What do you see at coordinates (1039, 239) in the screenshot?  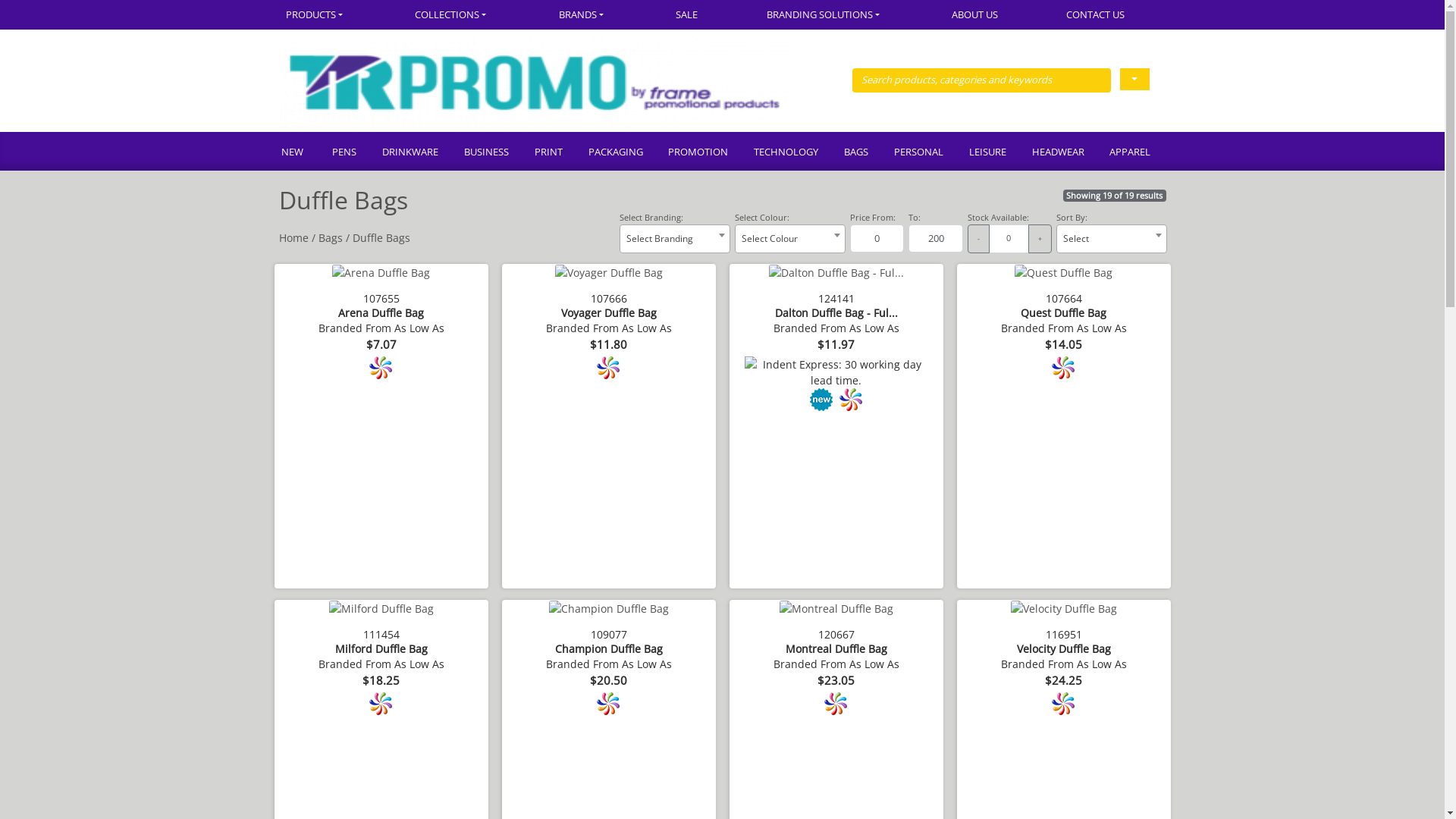 I see `'+'` at bounding box center [1039, 239].